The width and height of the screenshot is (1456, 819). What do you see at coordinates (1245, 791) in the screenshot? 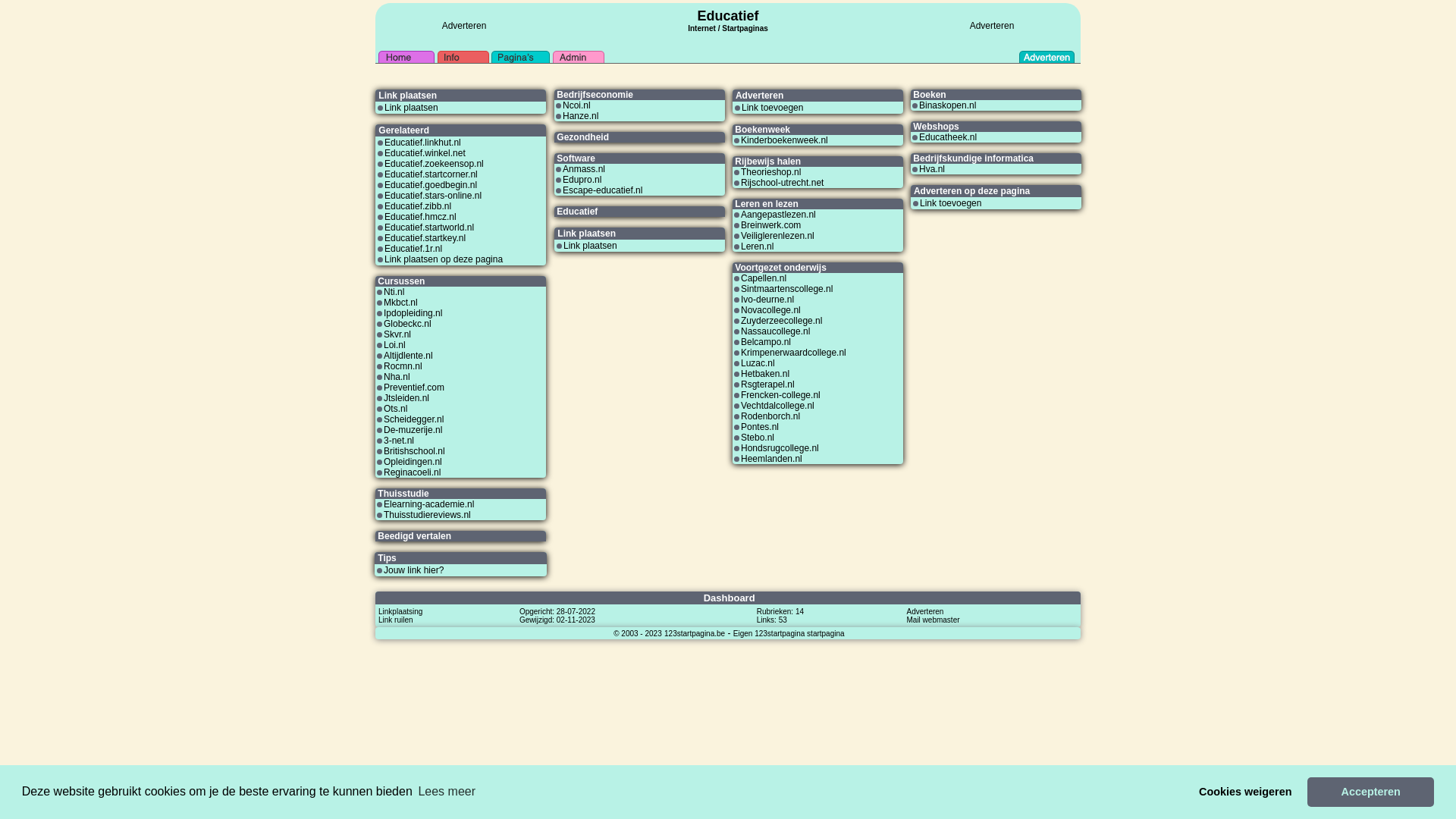
I see `'Cookies weigeren'` at bounding box center [1245, 791].